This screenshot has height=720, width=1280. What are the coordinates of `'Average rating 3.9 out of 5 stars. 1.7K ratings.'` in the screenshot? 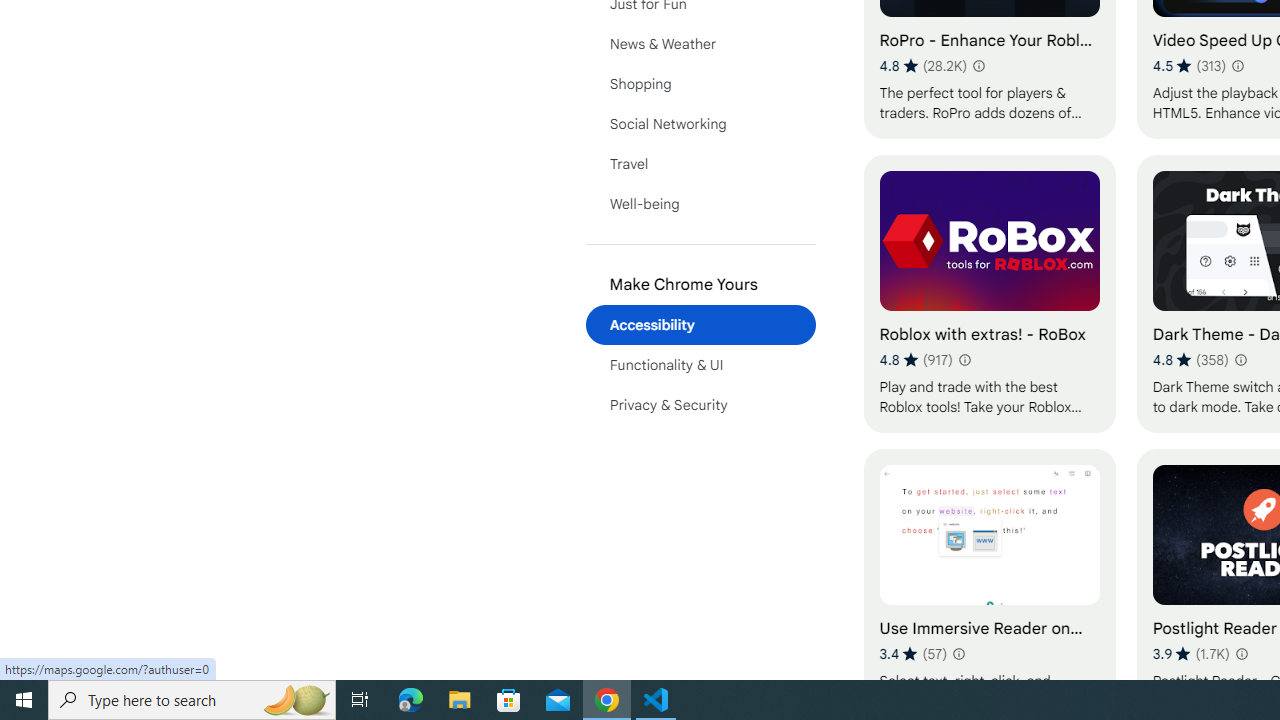 It's located at (1191, 653).